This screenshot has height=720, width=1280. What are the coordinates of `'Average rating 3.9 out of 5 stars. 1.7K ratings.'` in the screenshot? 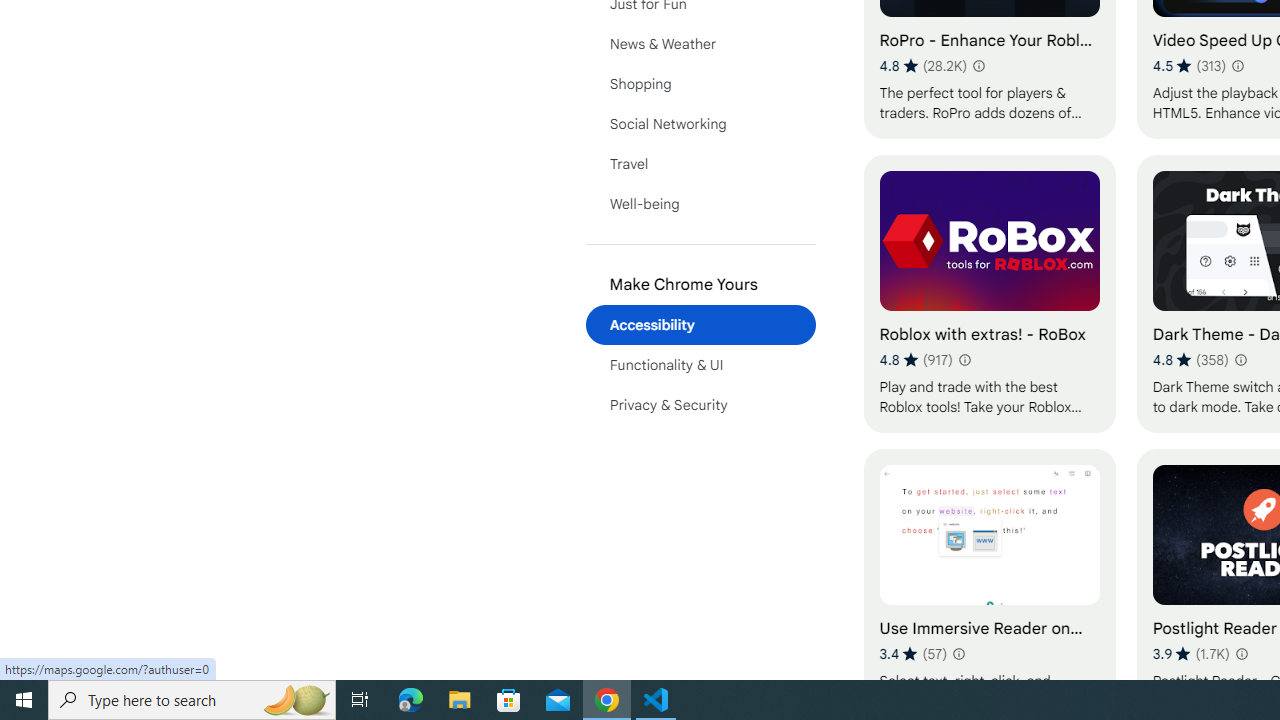 It's located at (1191, 653).